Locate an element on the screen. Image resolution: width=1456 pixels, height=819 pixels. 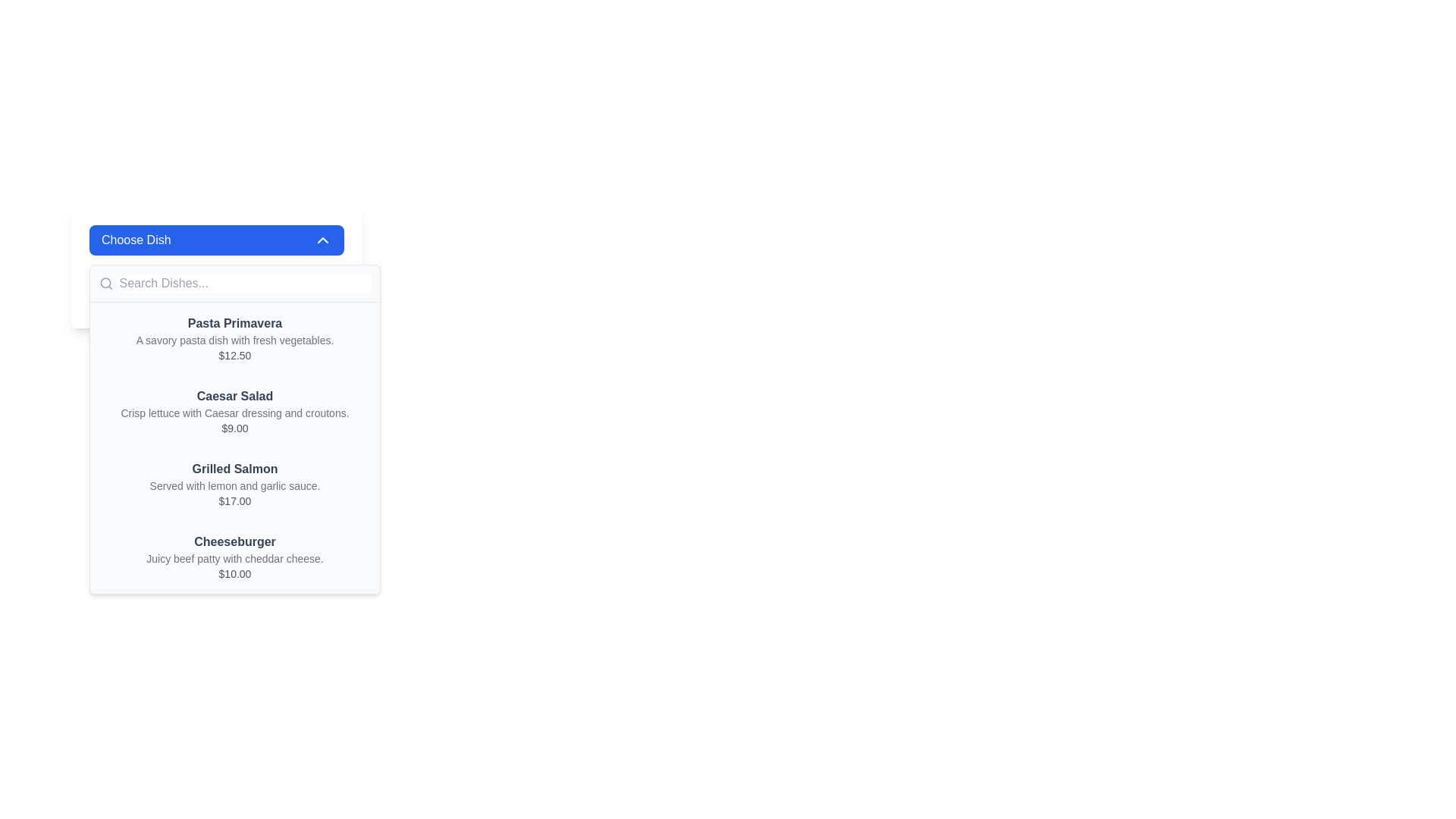
the content of the text label stating 'Juicy beef patty with cheddar cheese.' located below the title 'Cheeseburger' in the menu card is located at coordinates (234, 558).